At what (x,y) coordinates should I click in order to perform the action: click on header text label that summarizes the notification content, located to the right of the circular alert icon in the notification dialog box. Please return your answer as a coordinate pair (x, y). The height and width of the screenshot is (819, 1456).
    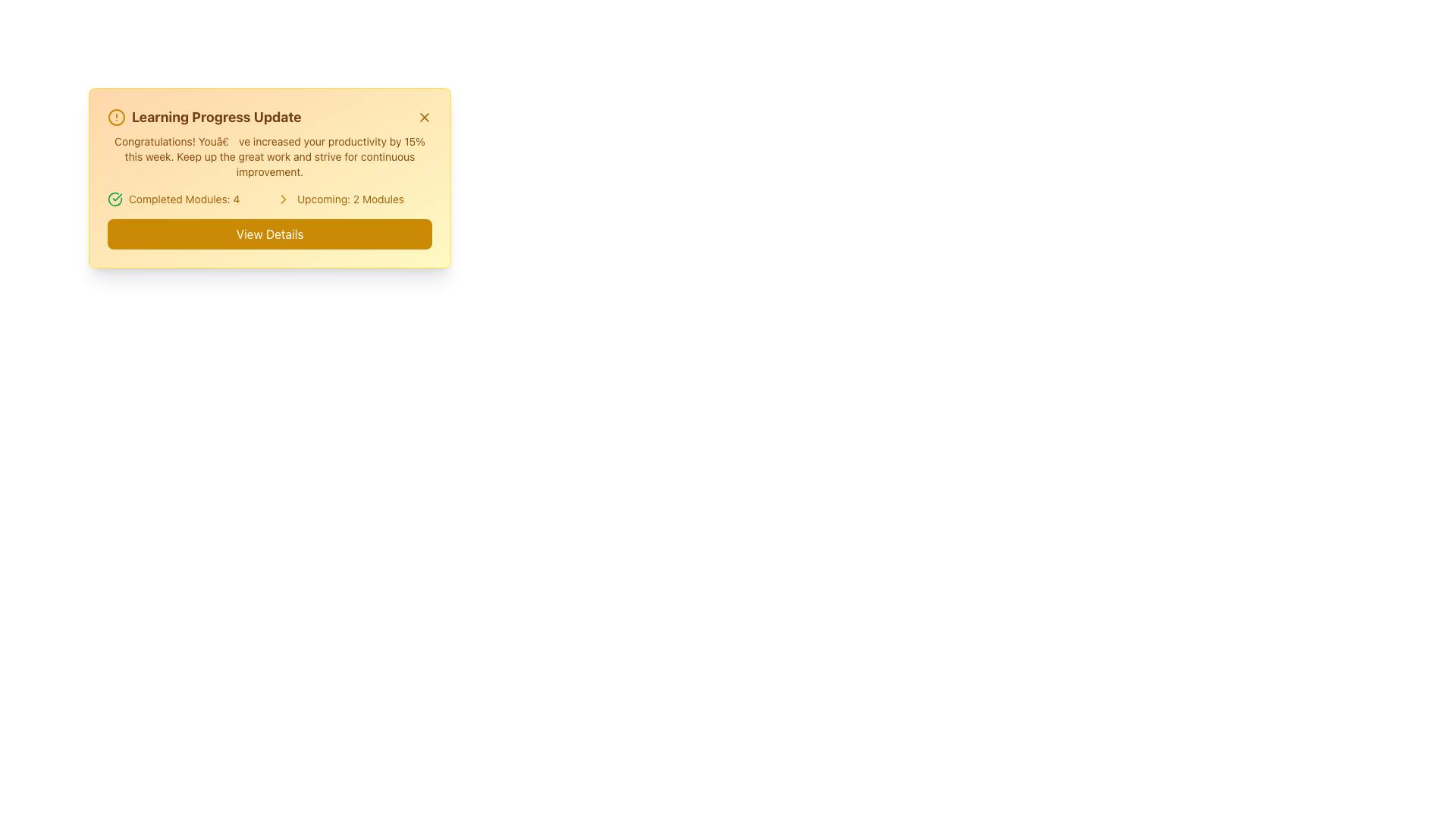
    Looking at the image, I should click on (215, 116).